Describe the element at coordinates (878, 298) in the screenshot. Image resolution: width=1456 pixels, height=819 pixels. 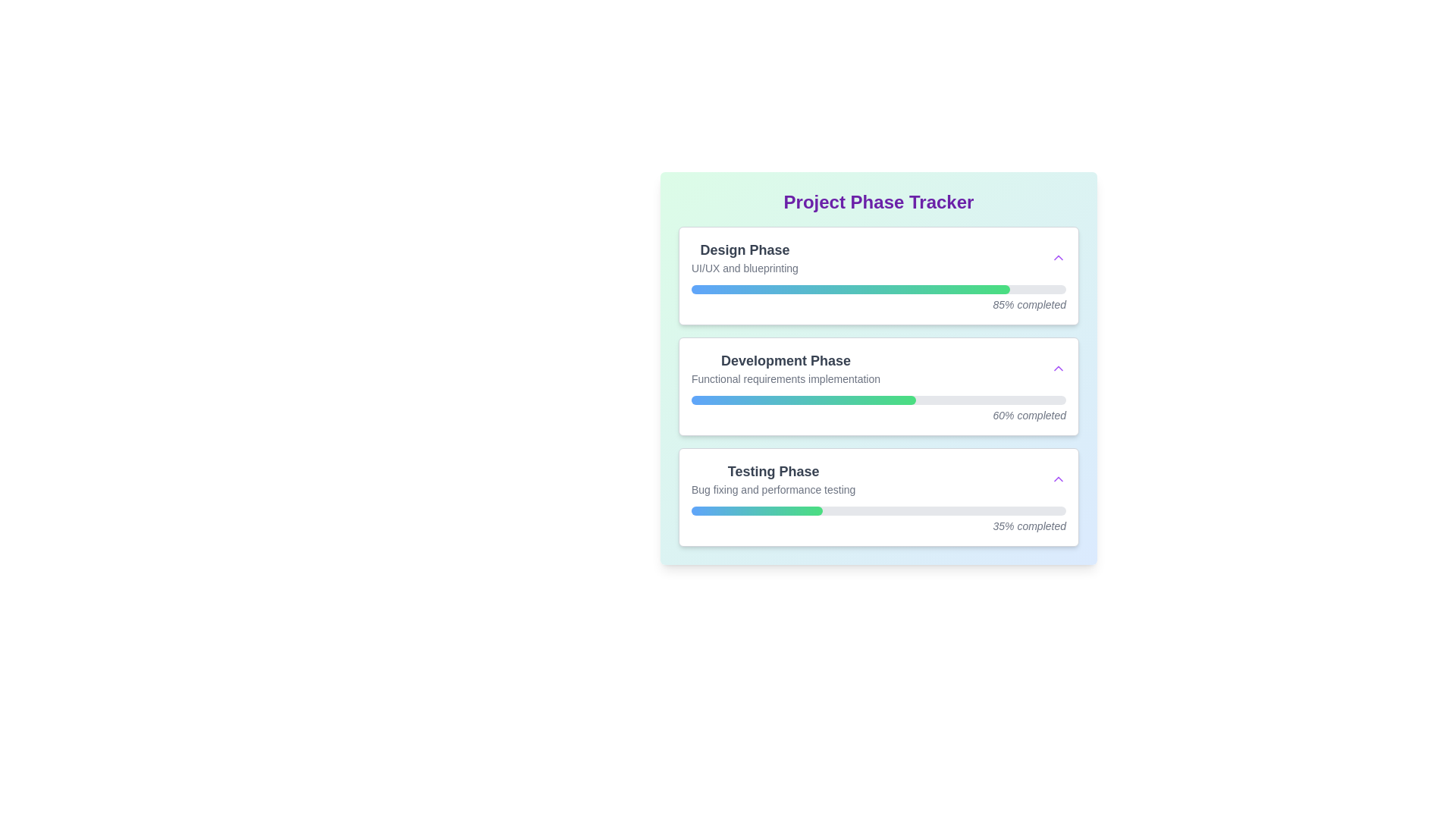
I see `the progress bar labeled '85% completed' in the 'Design Phase' section of the 'Project Phase Tracker'` at that location.